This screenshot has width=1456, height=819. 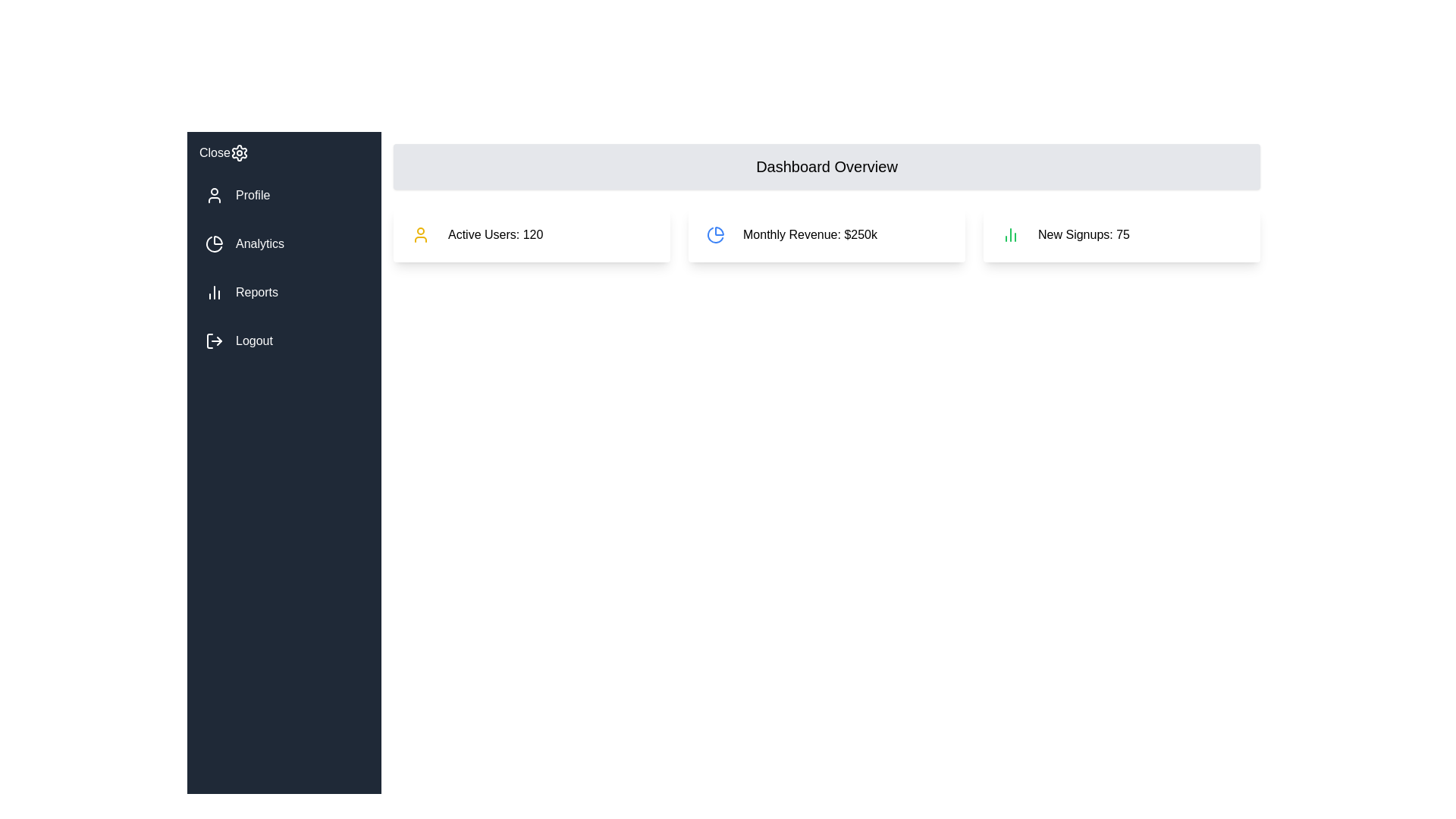 I want to click on the navigation group element consisting of interactive options like 'Profile', 'Analytics', 'Reports', and 'Logout' in the sidebar, so click(x=284, y=268).